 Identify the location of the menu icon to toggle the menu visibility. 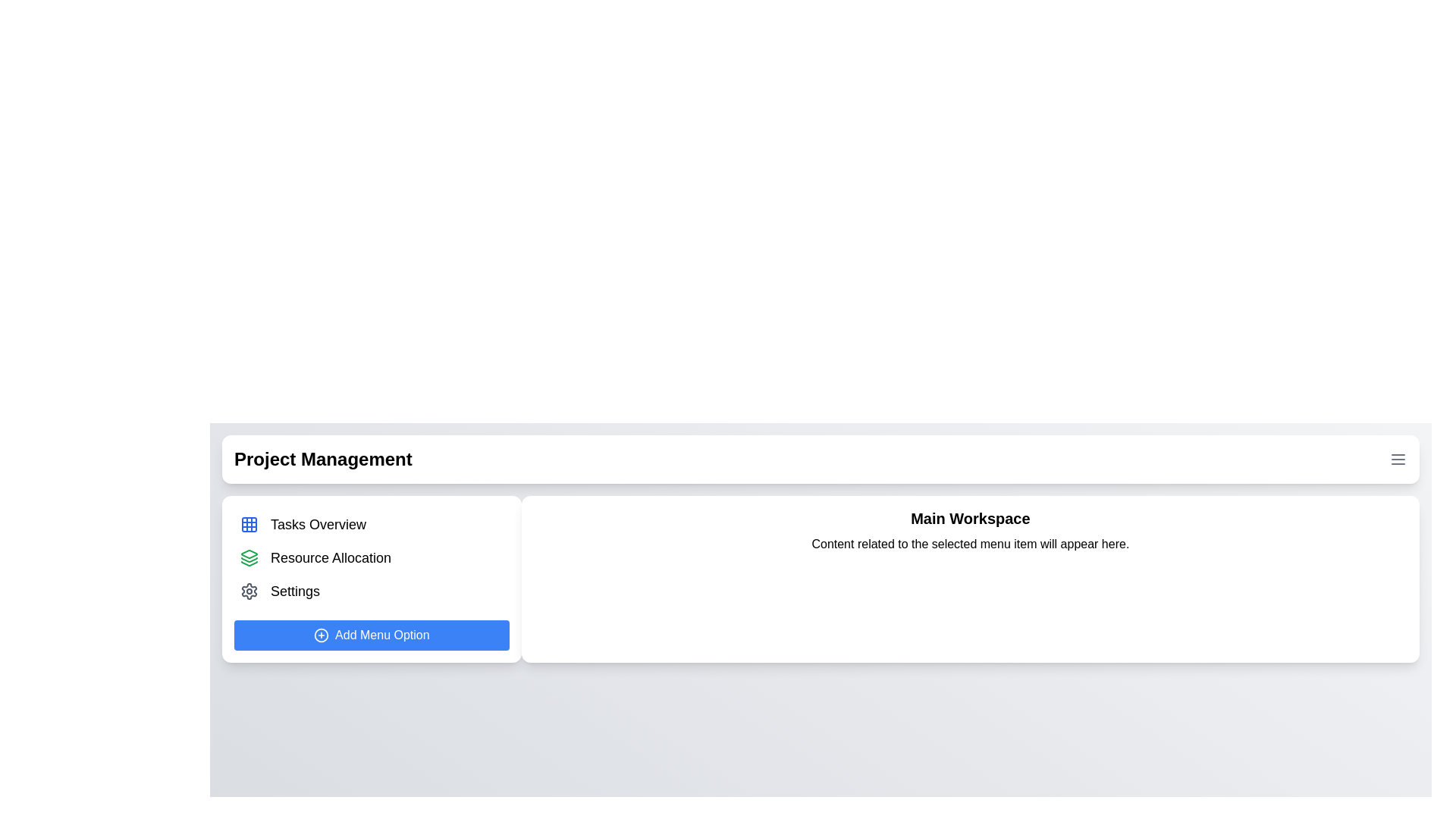
(1397, 458).